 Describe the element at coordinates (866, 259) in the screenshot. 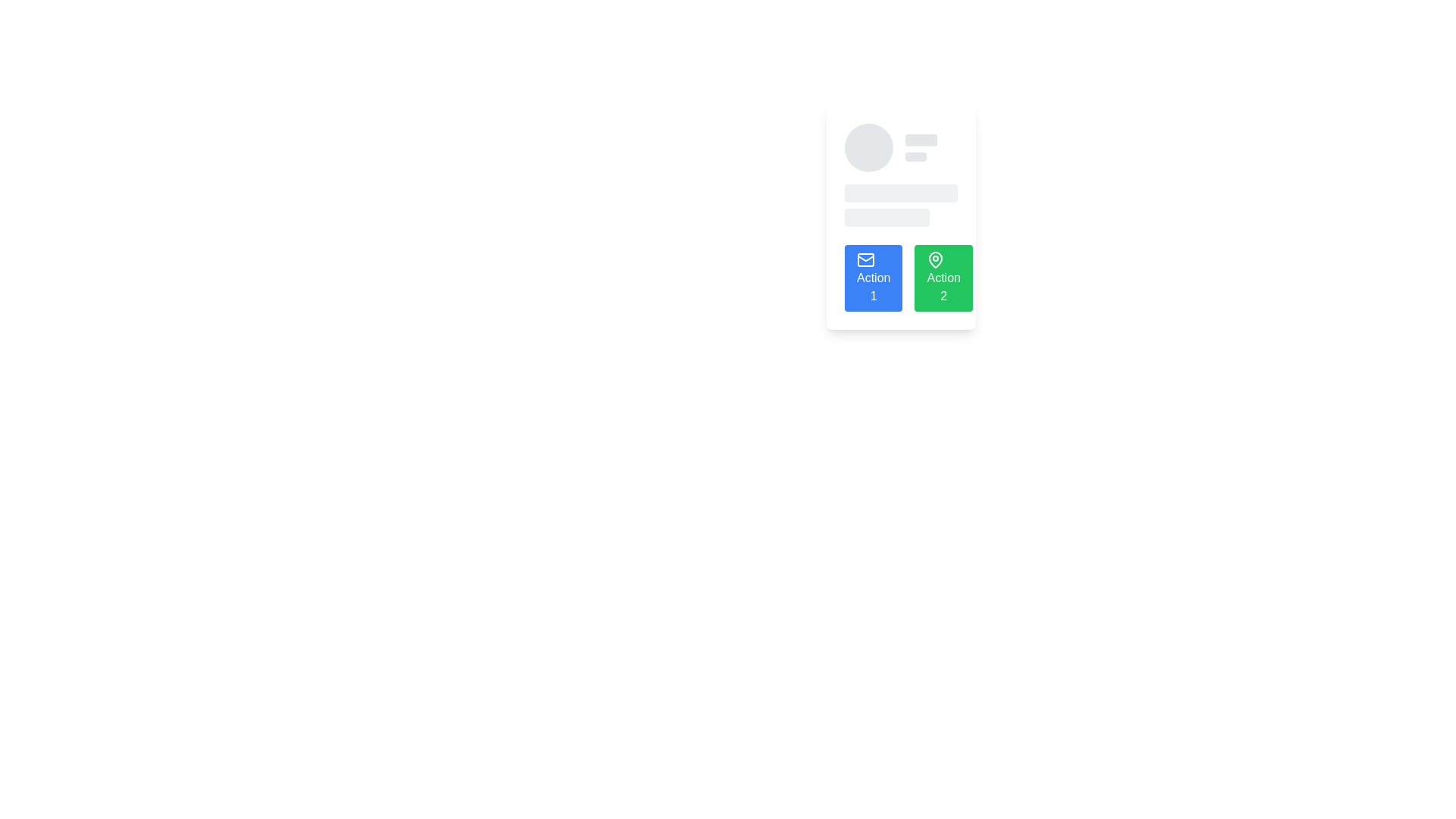

I see `the email action button located at the bottom of the card component` at that location.